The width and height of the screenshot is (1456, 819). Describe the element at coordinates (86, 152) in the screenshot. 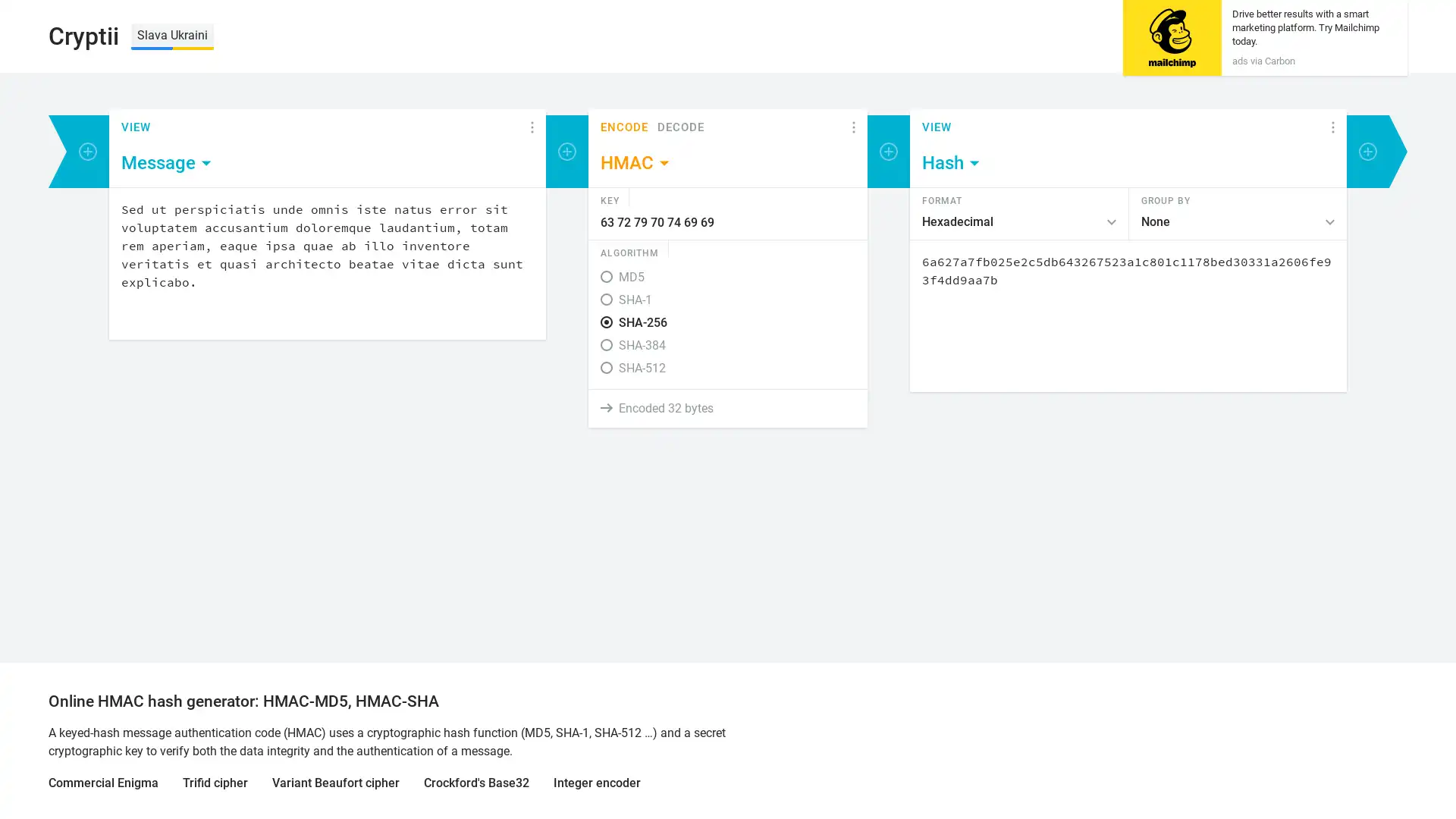

I see `Add encoder or viewer` at that location.